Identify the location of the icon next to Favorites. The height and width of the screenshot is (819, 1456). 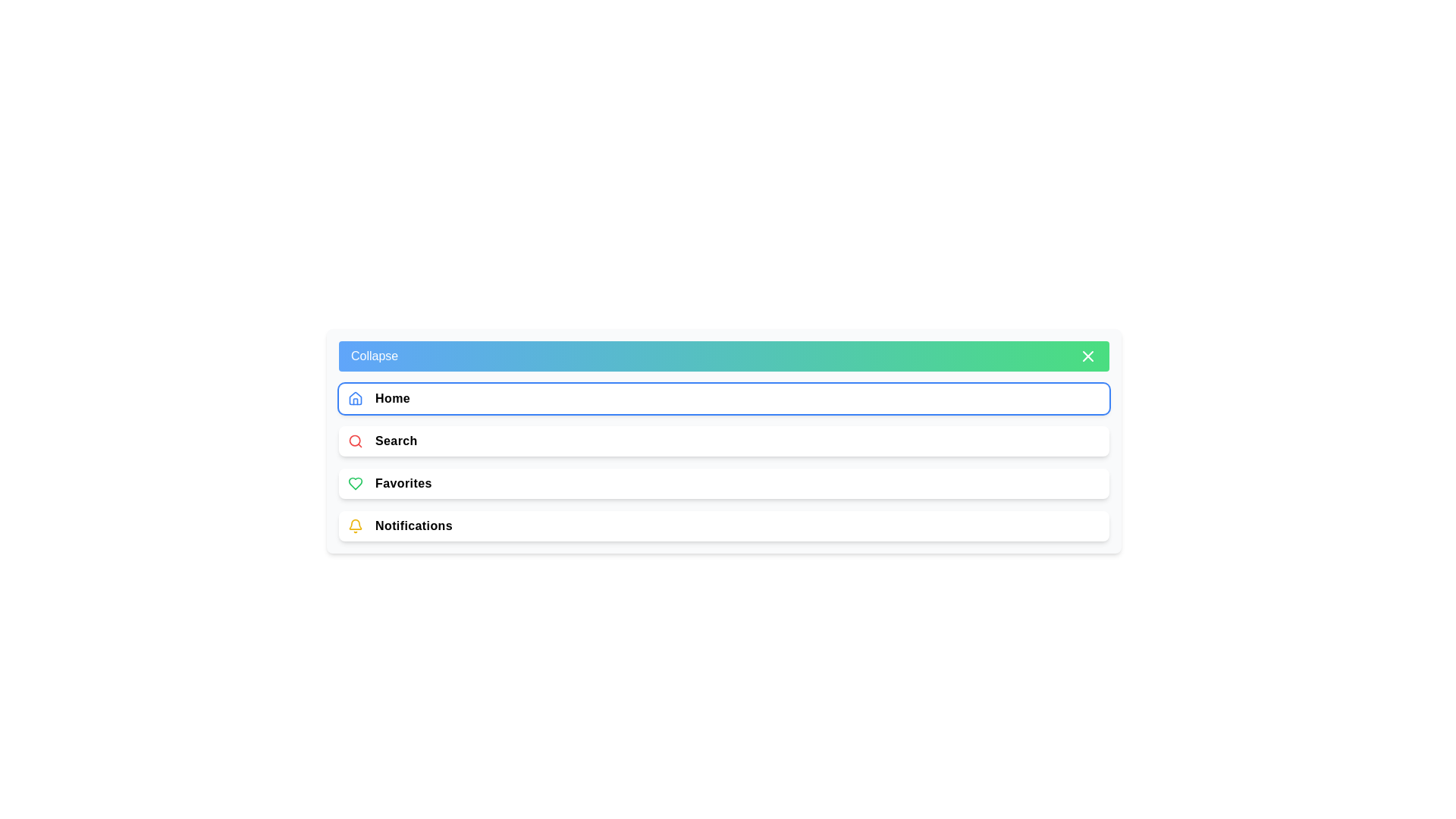
(355, 483).